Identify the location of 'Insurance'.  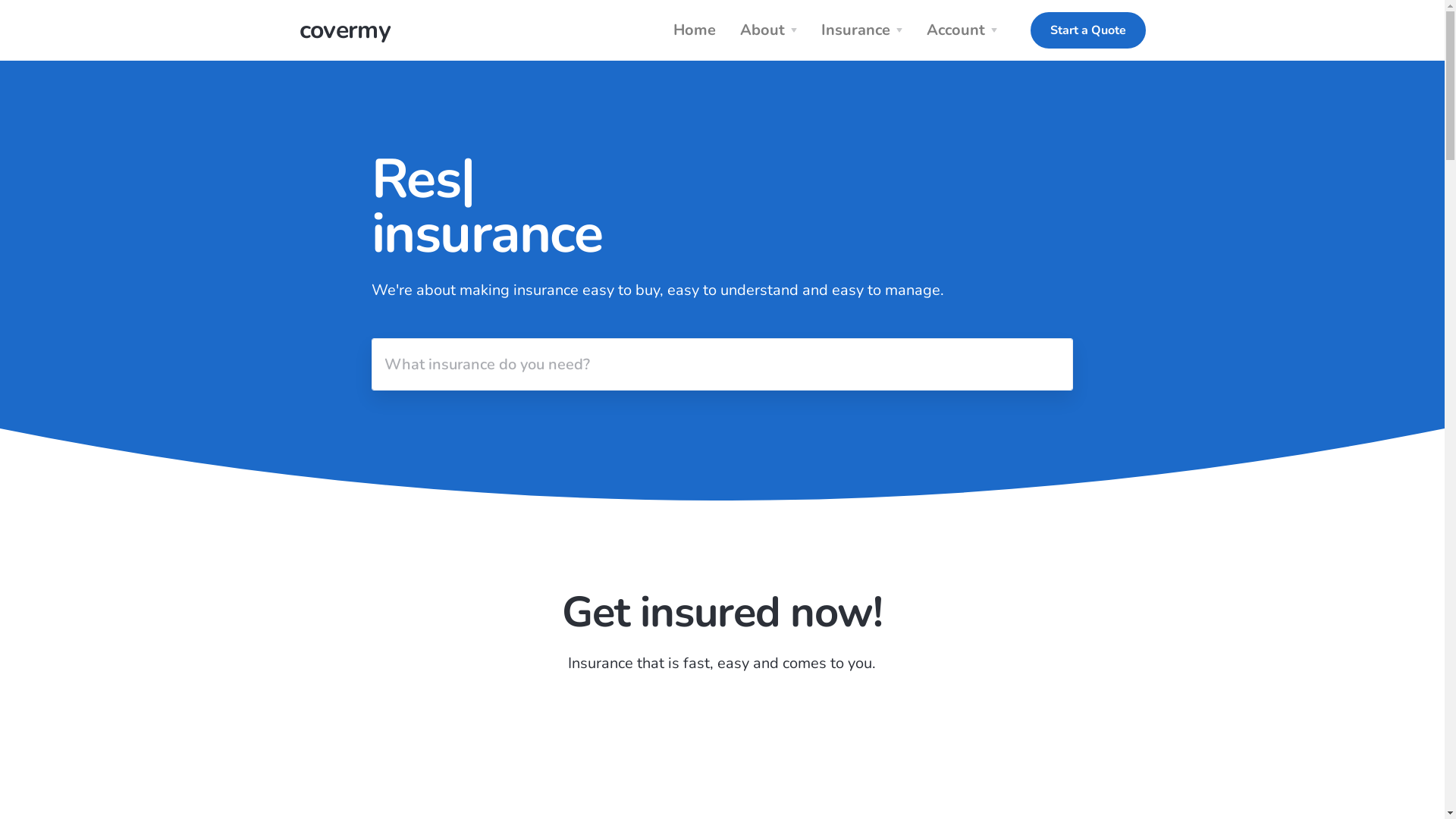
(811, 30).